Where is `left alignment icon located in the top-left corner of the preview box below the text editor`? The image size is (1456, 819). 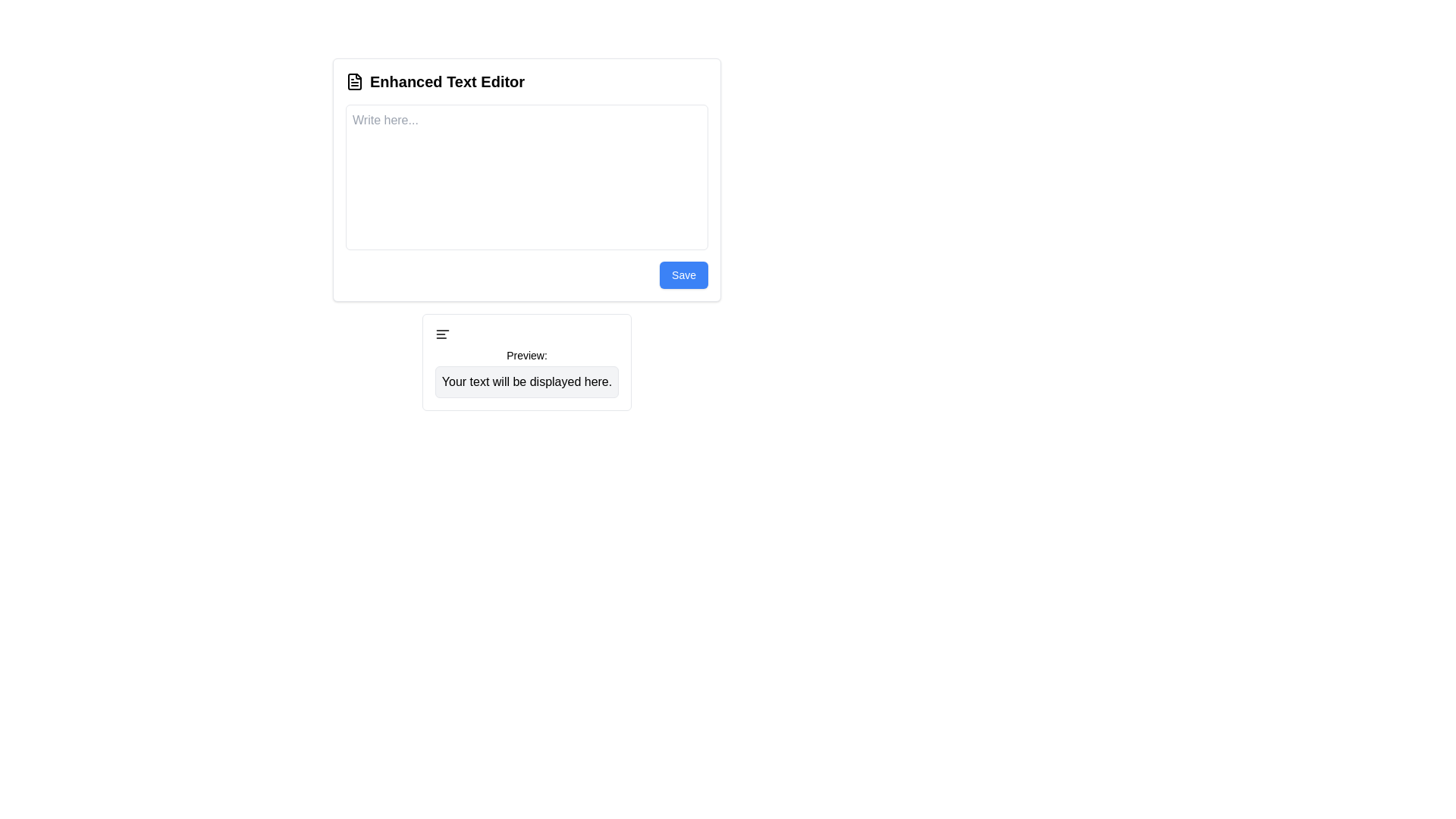 left alignment icon located in the top-left corner of the preview box below the text editor is located at coordinates (441, 333).